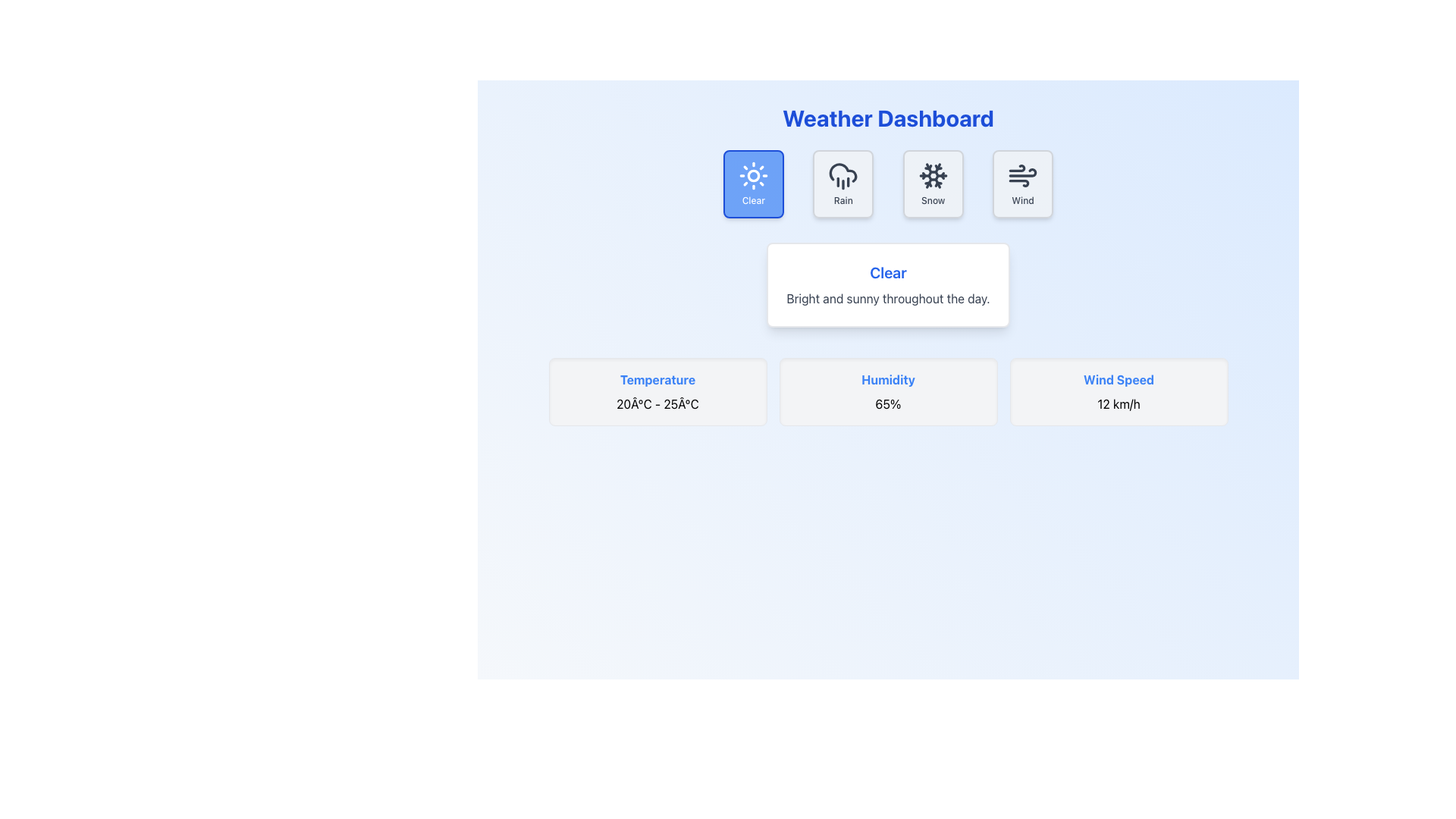 The height and width of the screenshot is (819, 1456). What do you see at coordinates (1022, 200) in the screenshot?
I see `the text label located at the bottom of the rounded rectangular button that identifies the action associated with the wind icon, positioned as the fourth button in a horizontal group on the dashboard` at bounding box center [1022, 200].